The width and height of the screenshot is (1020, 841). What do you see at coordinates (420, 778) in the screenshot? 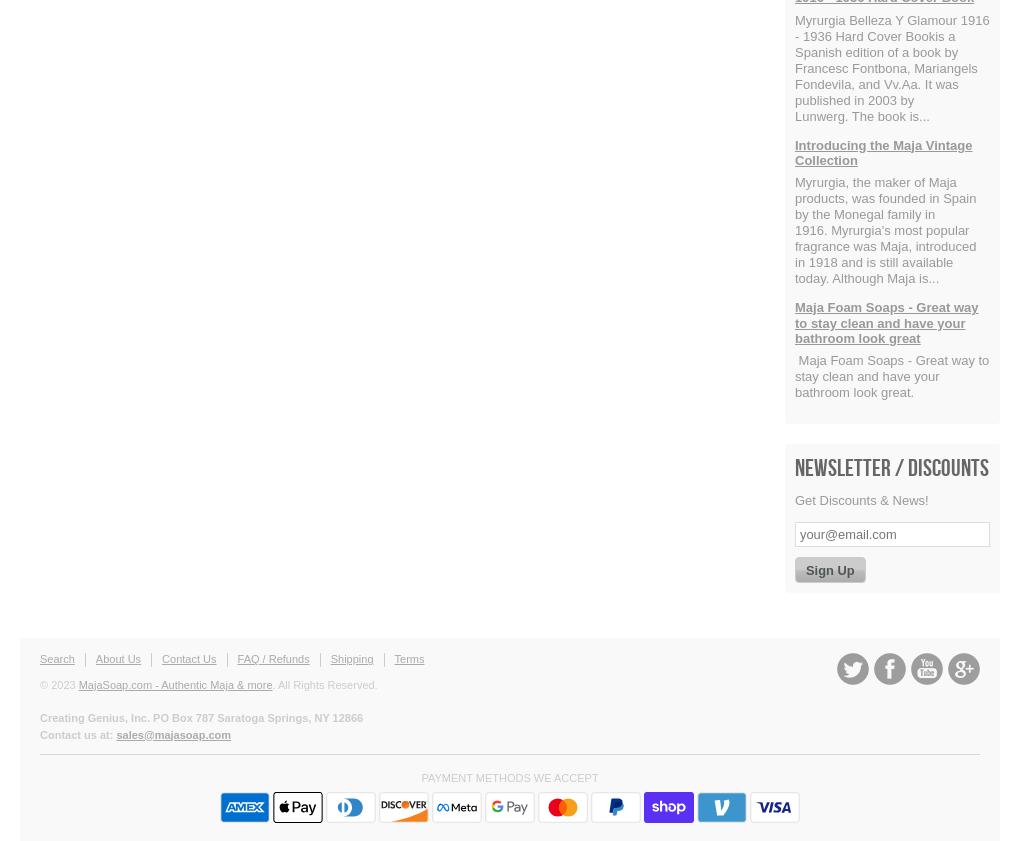
I see `'Payment methods we accept'` at bounding box center [420, 778].